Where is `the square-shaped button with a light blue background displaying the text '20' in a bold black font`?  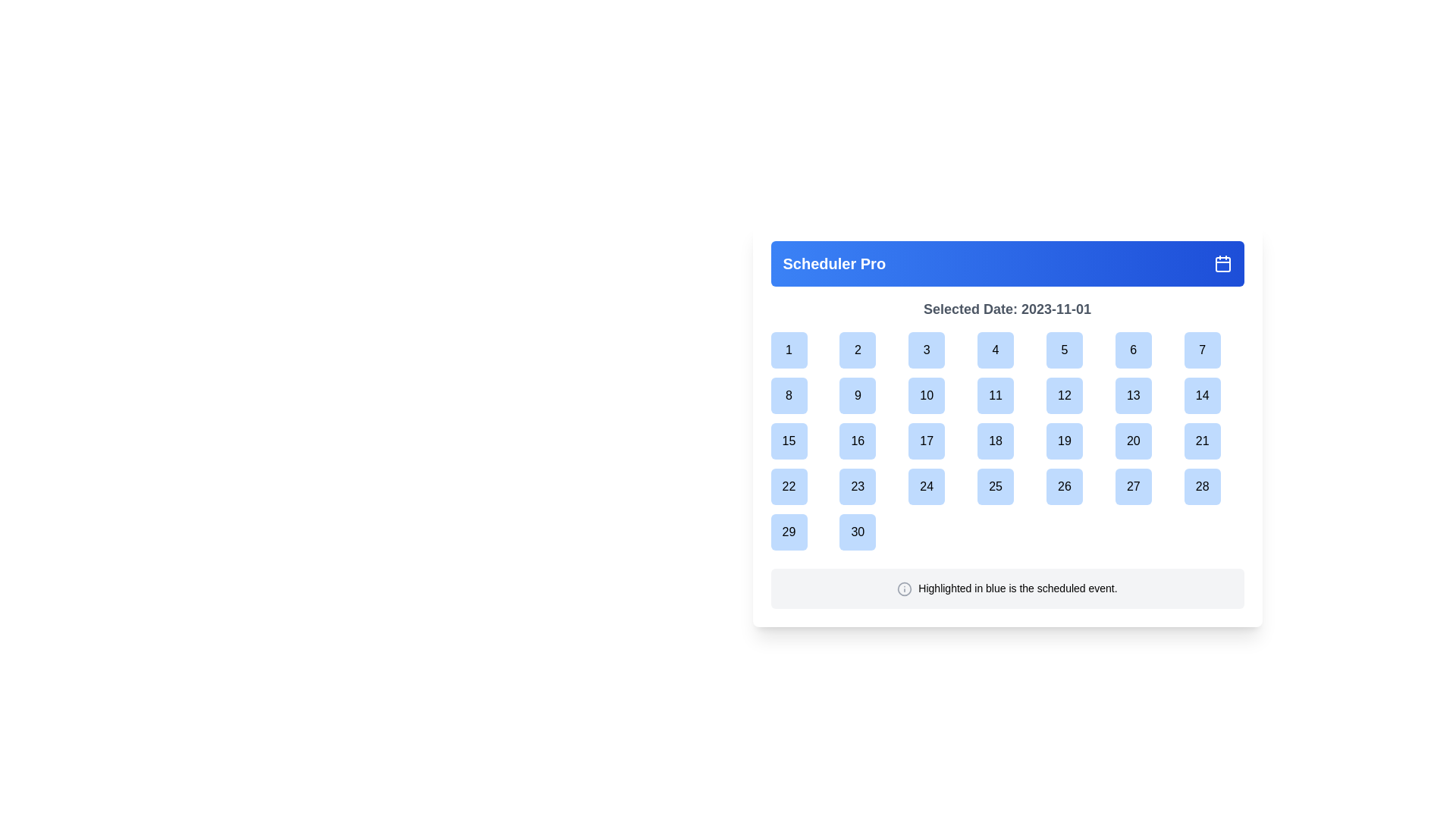 the square-shaped button with a light blue background displaying the text '20' in a bold black font is located at coordinates (1133, 441).